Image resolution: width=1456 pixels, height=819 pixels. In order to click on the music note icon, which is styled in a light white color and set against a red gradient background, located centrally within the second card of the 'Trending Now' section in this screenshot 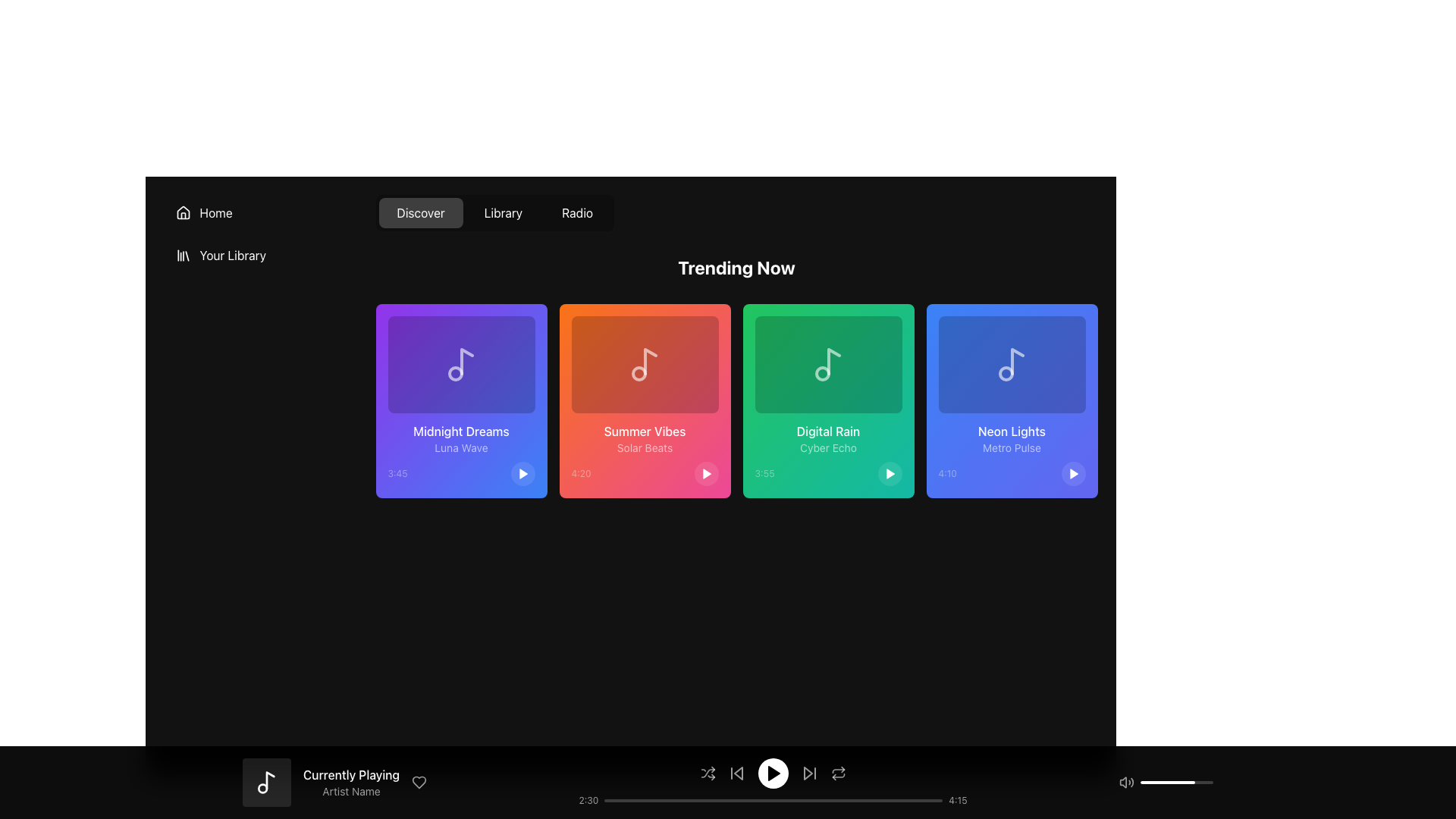, I will do `click(645, 365)`.